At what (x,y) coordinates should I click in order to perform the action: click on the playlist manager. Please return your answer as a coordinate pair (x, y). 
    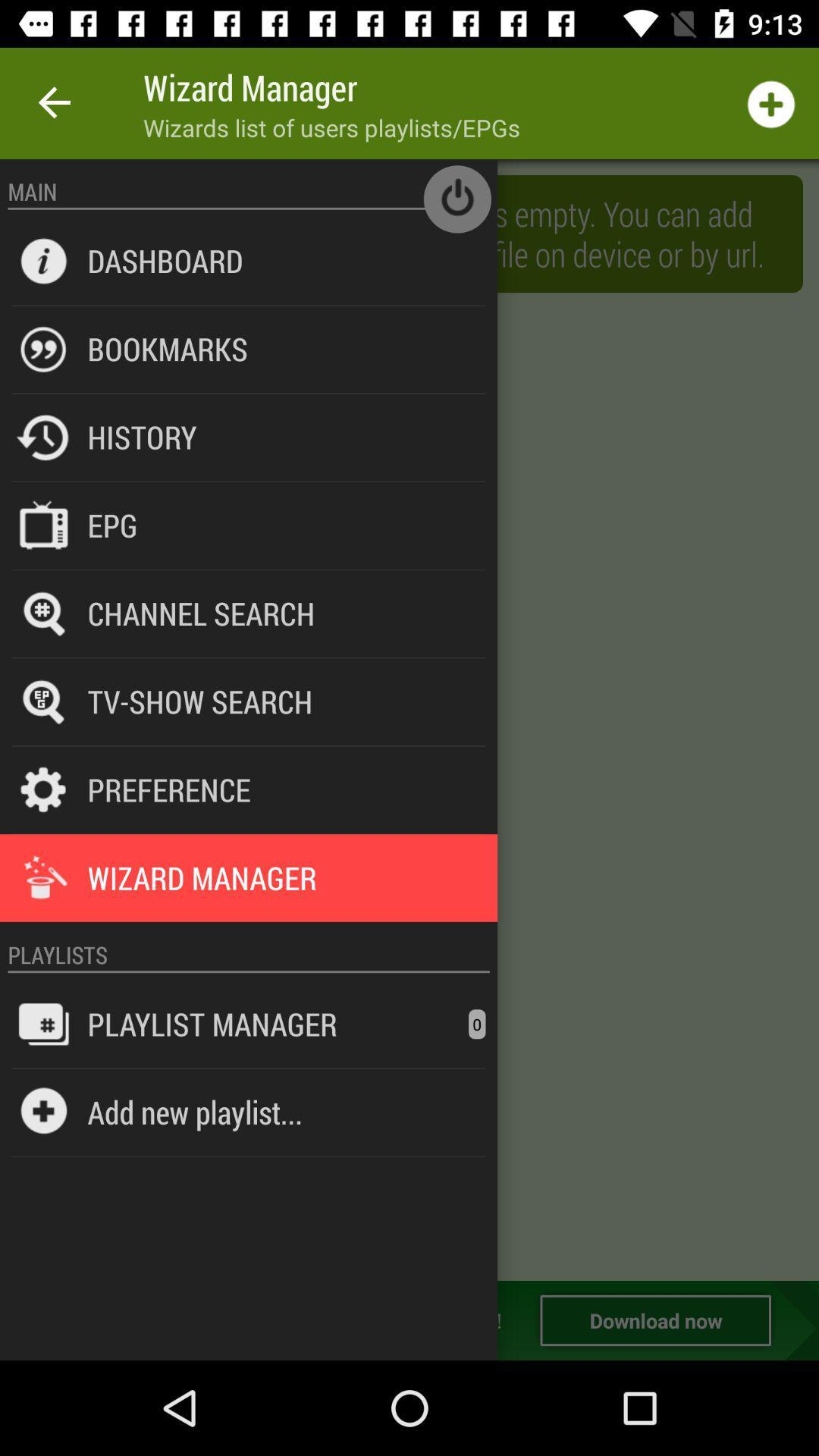
    Looking at the image, I should click on (212, 1024).